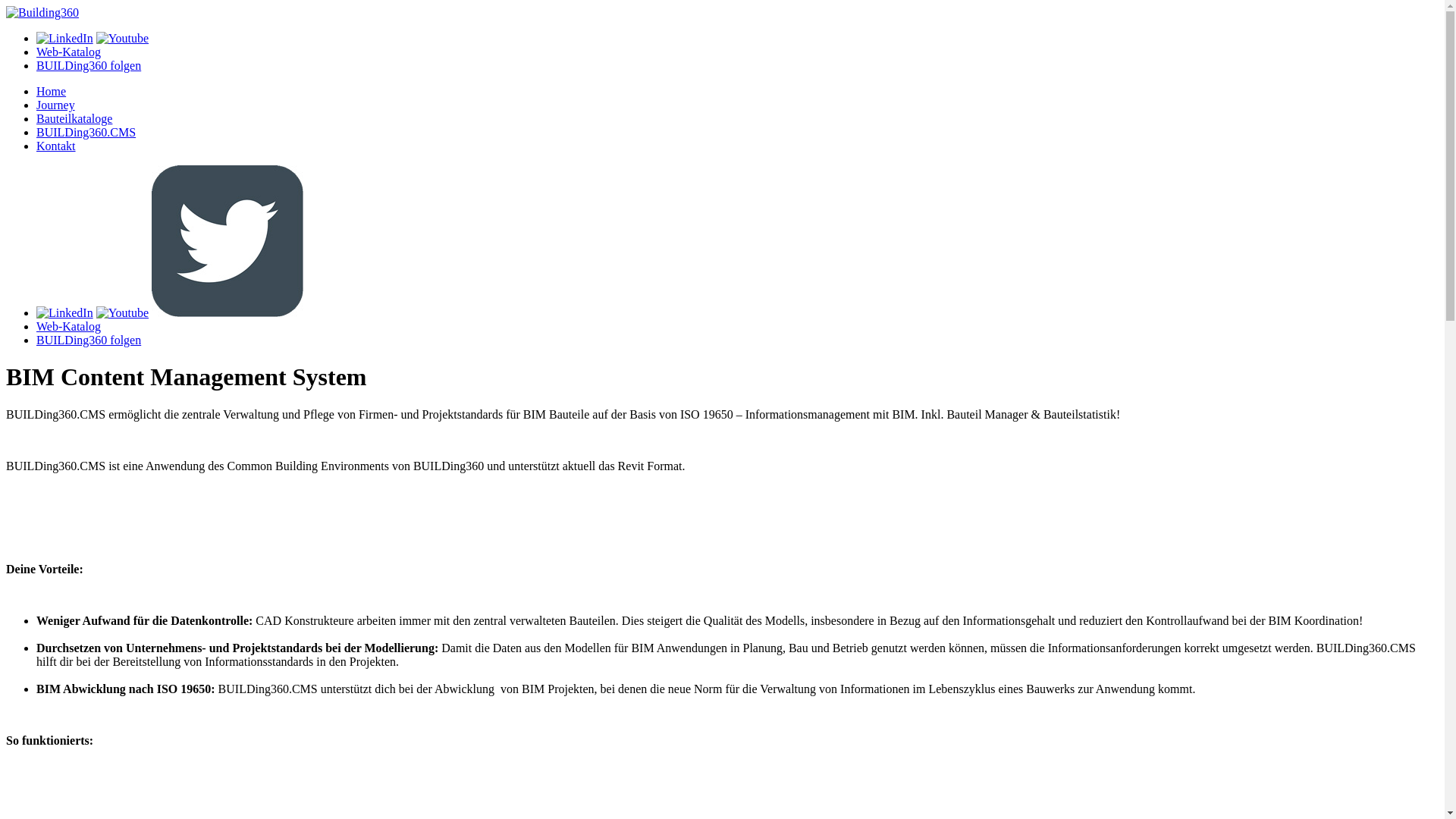 This screenshot has width=1456, height=819. Describe the element at coordinates (67, 51) in the screenshot. I see `'Web-Katalog'` at that location.